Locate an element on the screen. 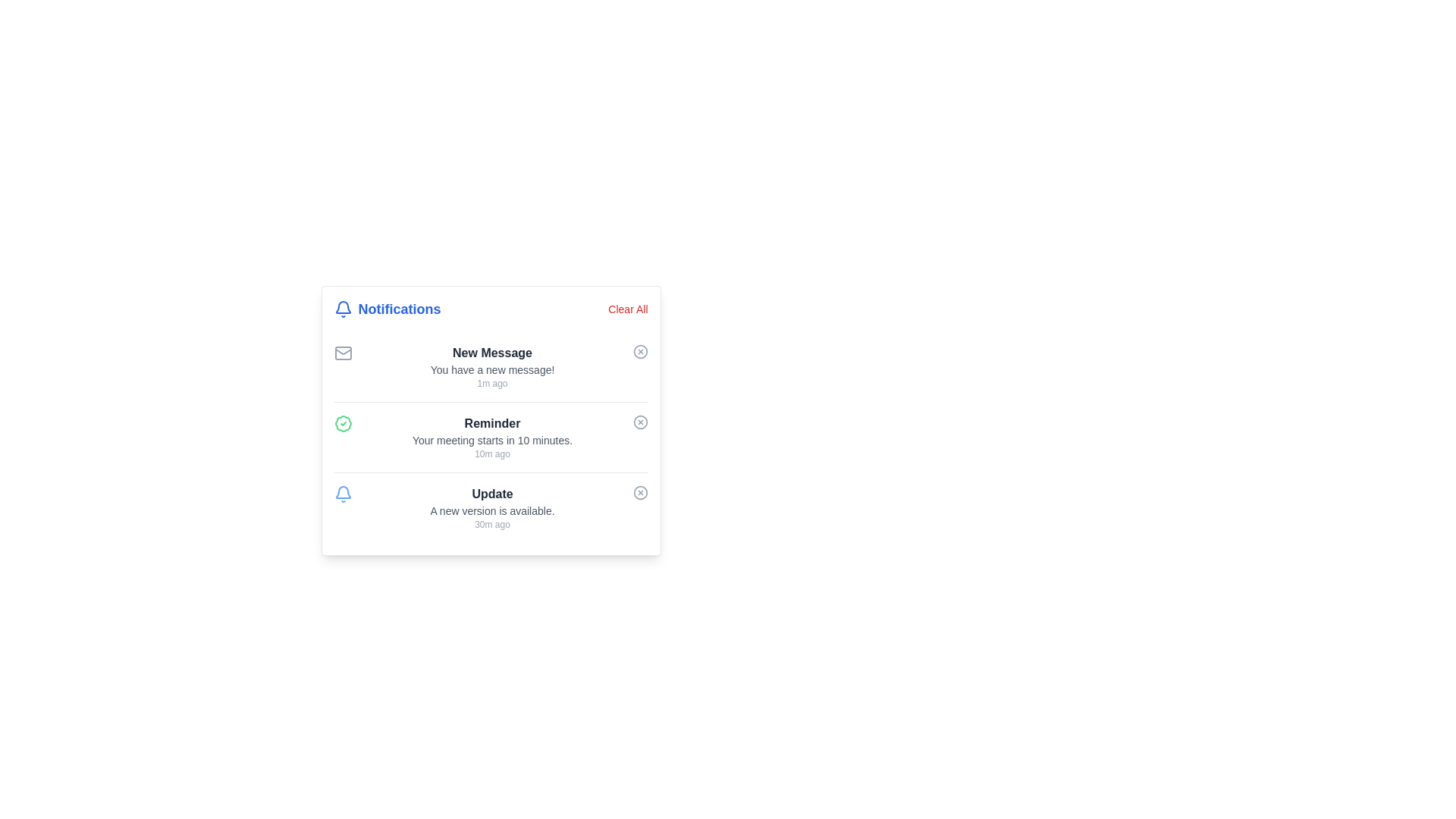 Image resolution: width=1456 pixels, height=819 pixels. the close button located in the top-right corner of the 'New Message' notification is located at coordinates (640, 351).